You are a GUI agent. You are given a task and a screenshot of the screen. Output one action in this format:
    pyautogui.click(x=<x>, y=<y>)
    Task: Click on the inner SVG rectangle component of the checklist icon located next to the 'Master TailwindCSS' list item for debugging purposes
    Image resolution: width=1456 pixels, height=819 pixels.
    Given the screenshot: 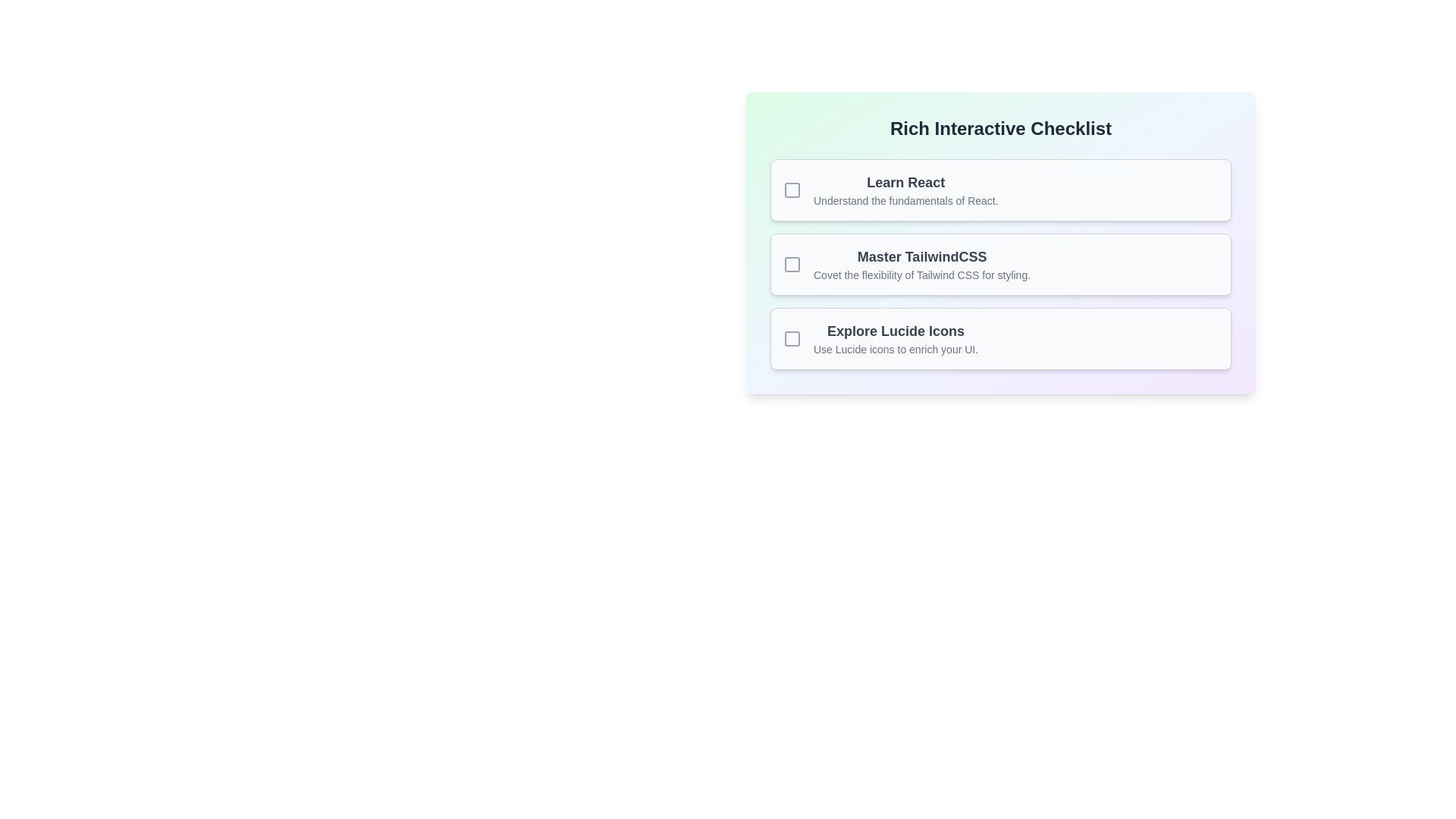 What is the action you would take?
    pyautogui.click(x=792, y=263)
    